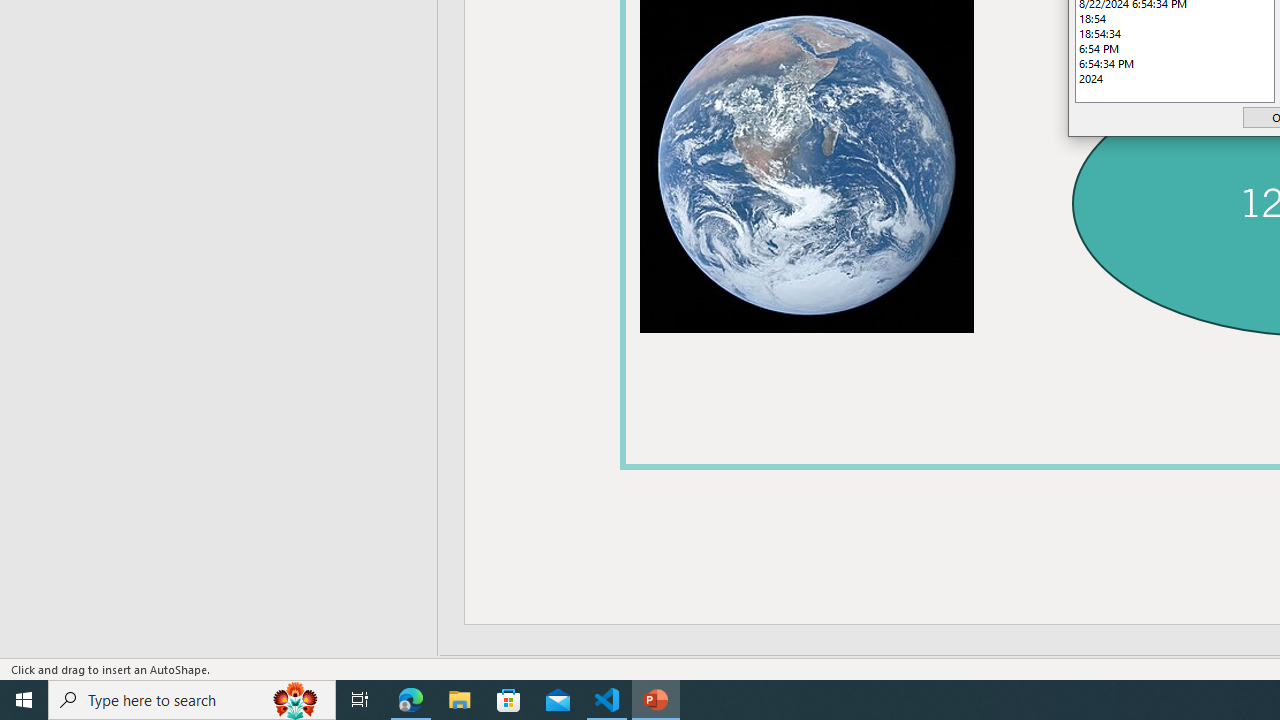 This screenshot has height=720, width=1280. I want to click on 'Microsoft Store', so click(509, 698).